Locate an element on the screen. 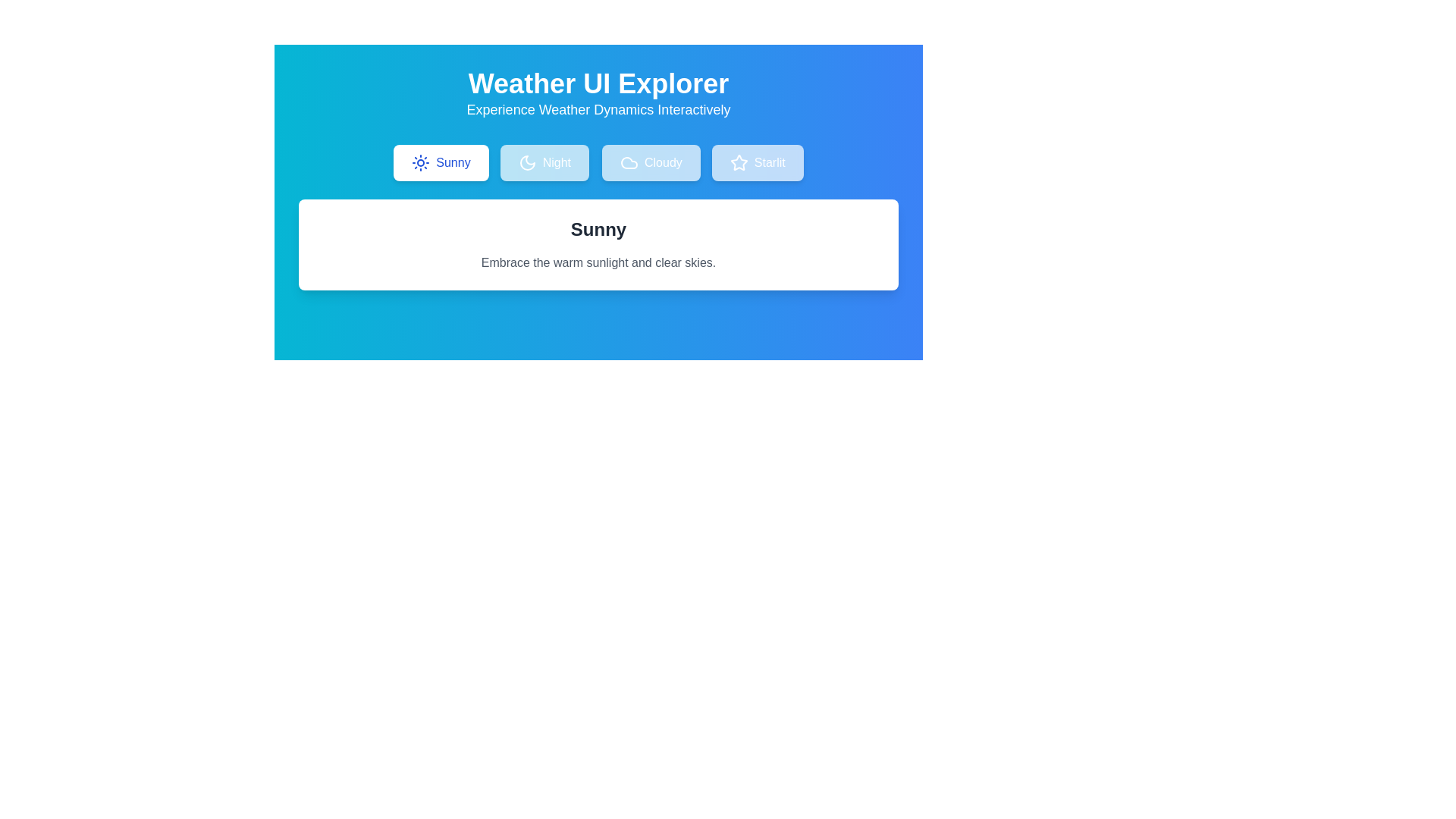 Image resolution: width=1456 pixels, height=819 pixels. the Starlit weather tab is located at coordinates (758, 163).